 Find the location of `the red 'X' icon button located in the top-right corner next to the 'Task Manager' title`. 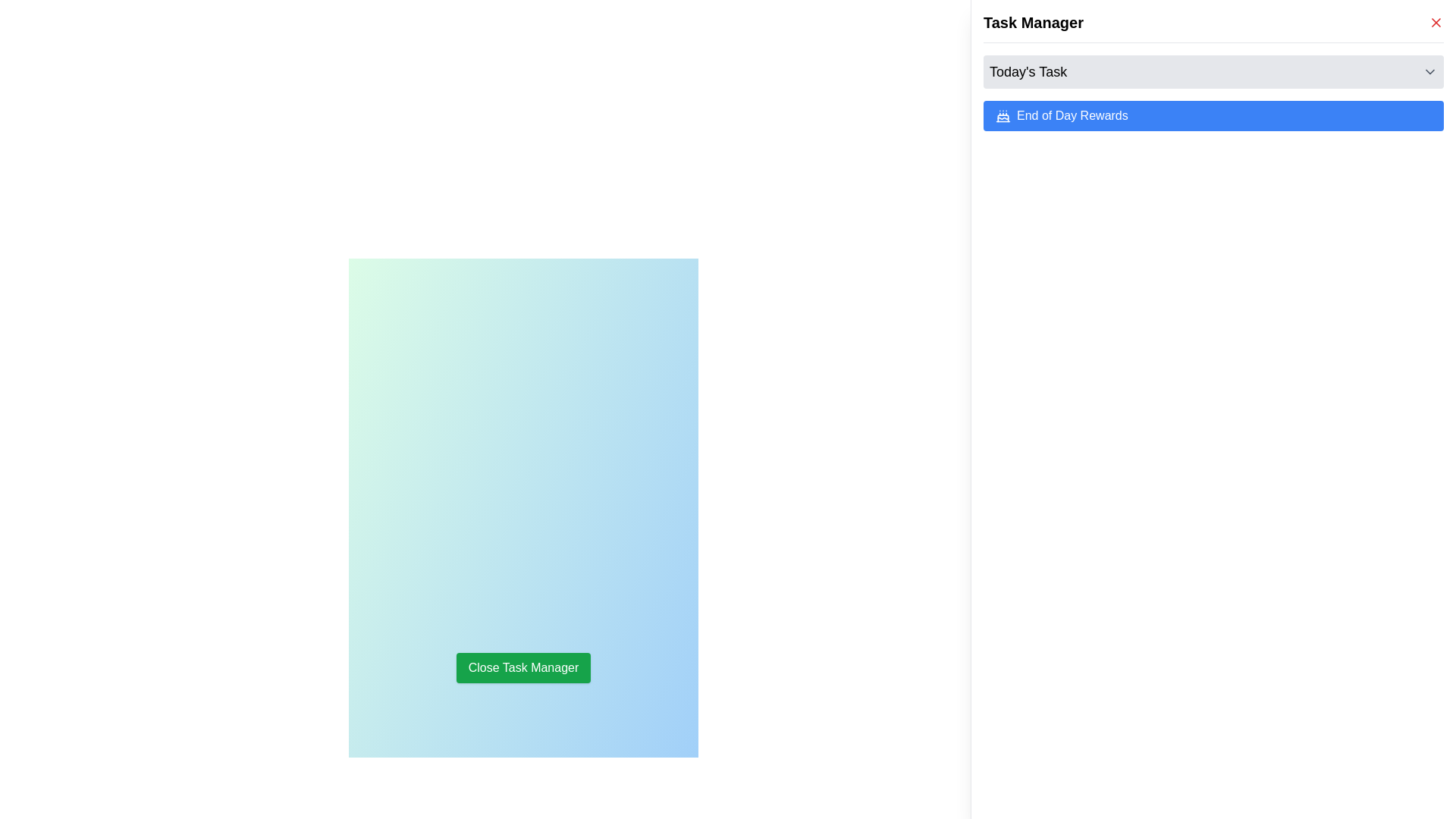

the red 'X' icon button located in the top-right corner next to the 'Task Manager' title is located at coordinates (1436, 23).